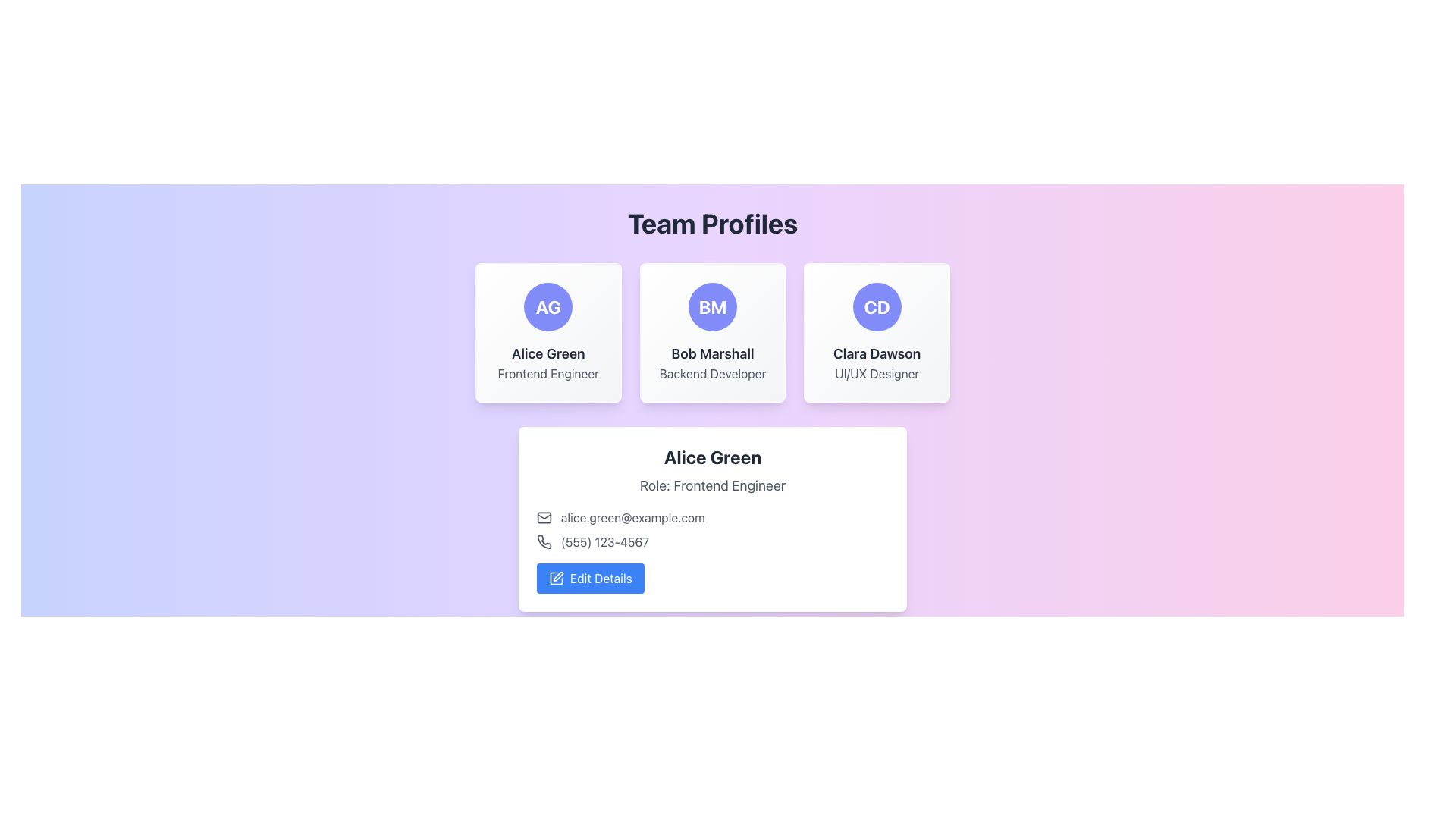 The width and height of the screenshot is (1456, 819). What do you see at coordinates (544, 541) in the screenshot?
I see `the phone icon, which is a minimalistic gray icon located to the left of the text '(555) 123-4567' in the contact information section for Alice Green` at bounding box center [544, 541].